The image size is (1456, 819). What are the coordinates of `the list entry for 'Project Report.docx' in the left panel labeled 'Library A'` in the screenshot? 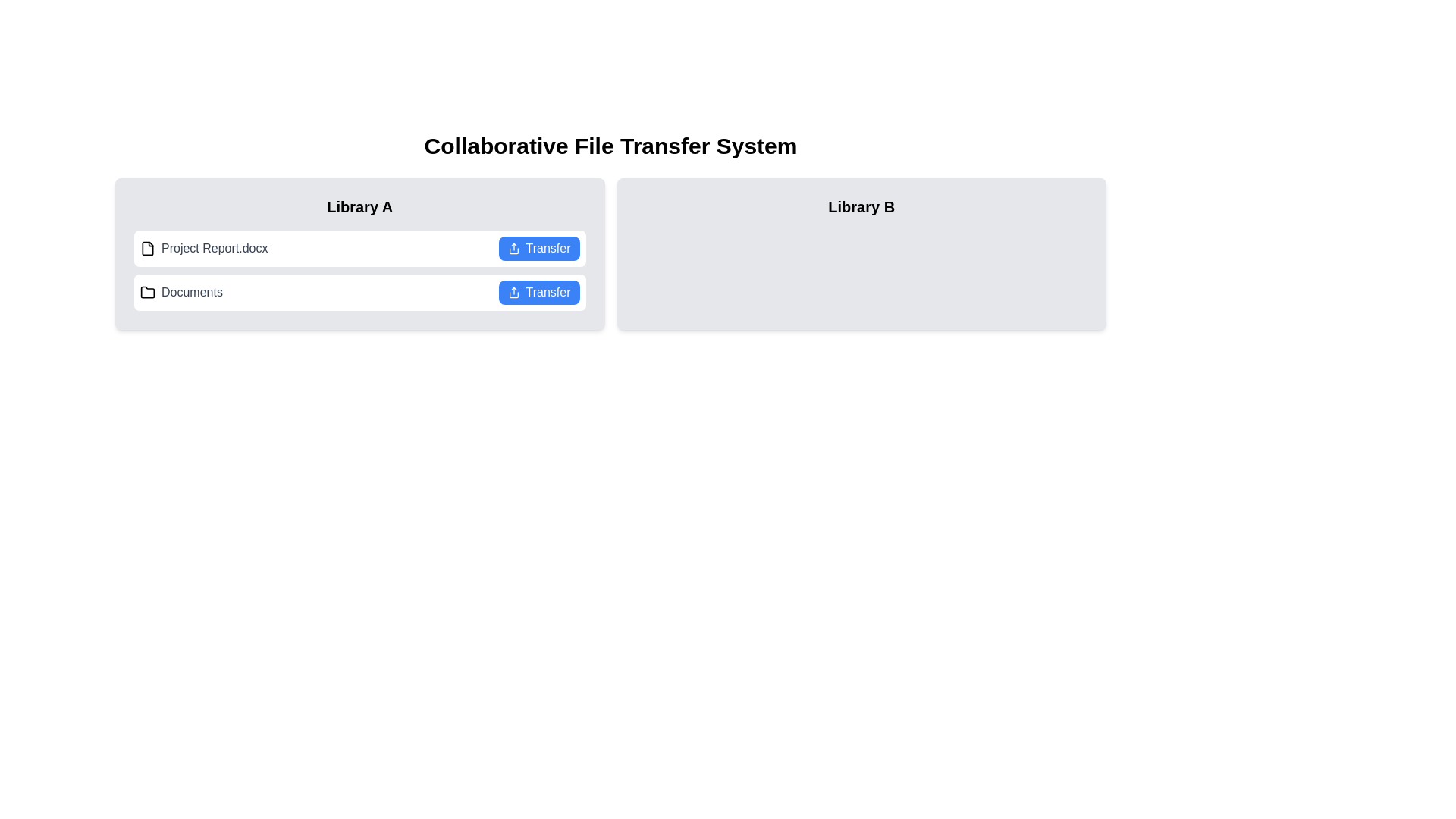 It's located at (359, 253).